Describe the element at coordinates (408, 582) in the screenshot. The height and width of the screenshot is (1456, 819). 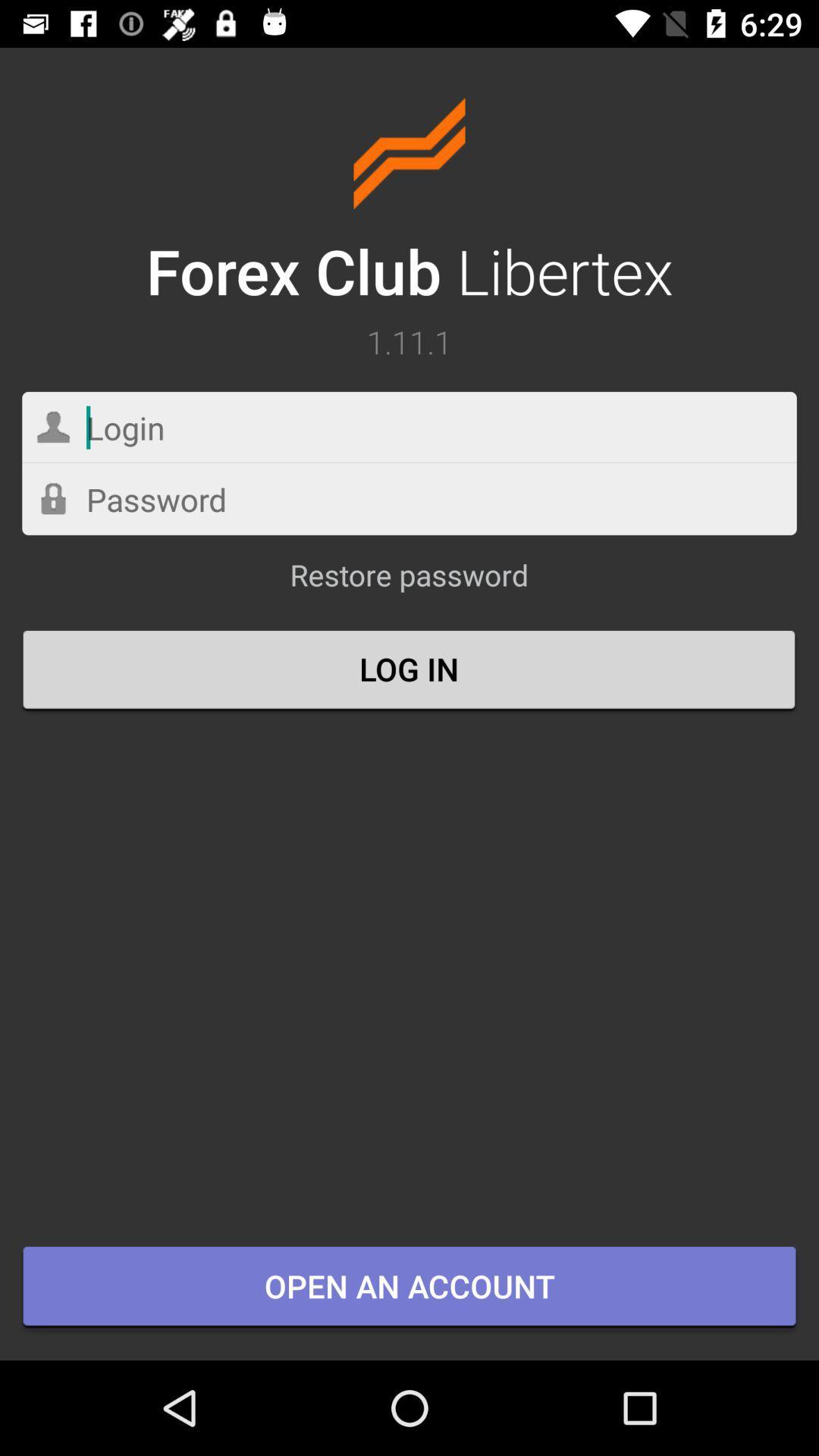
I see `the restore password` at that location.